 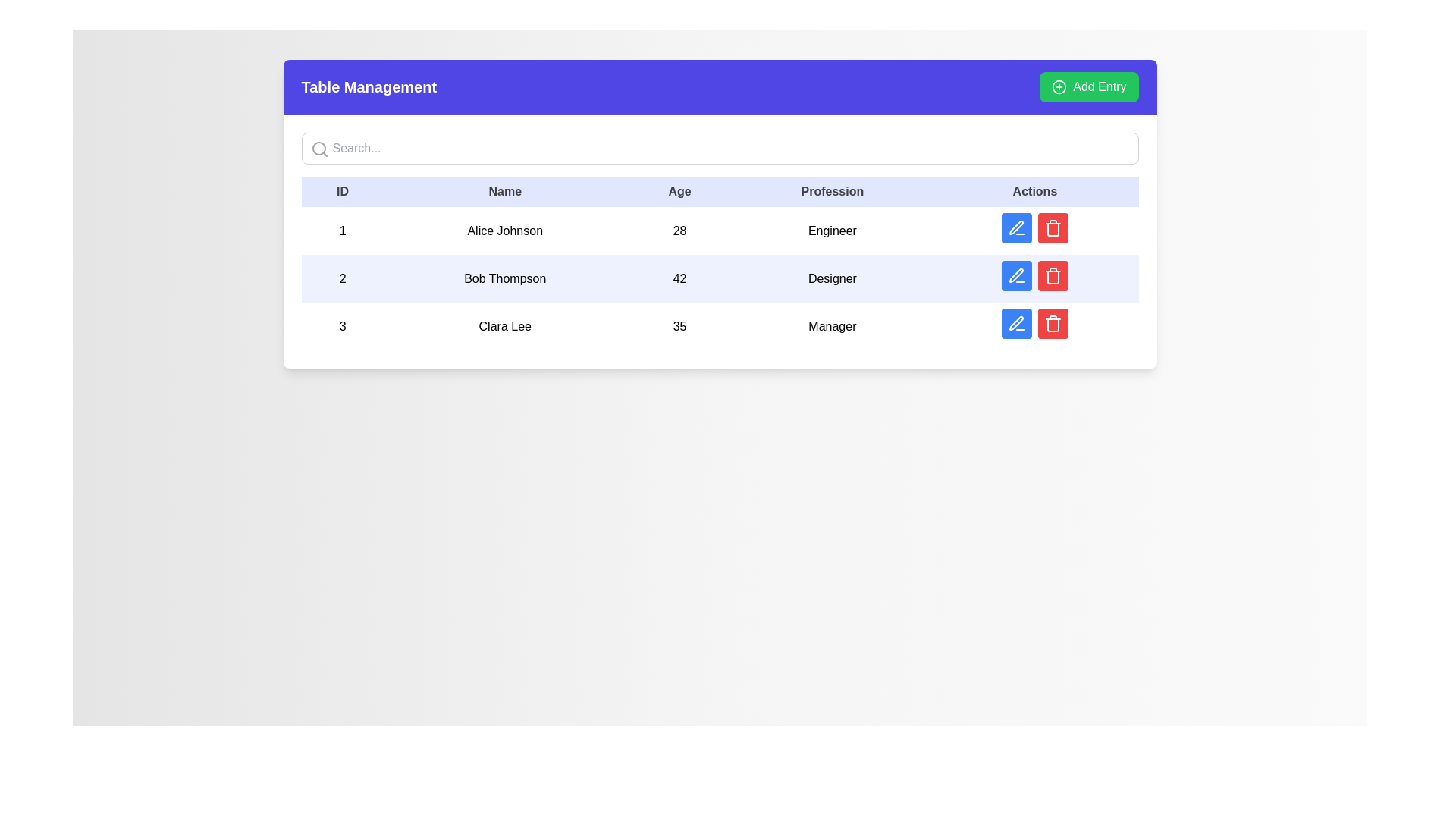 I want to click on value displayed in the Text label showing '28' under the 'Age' column for 'Alice Johnson' in the table, so click(x=679, y=231).